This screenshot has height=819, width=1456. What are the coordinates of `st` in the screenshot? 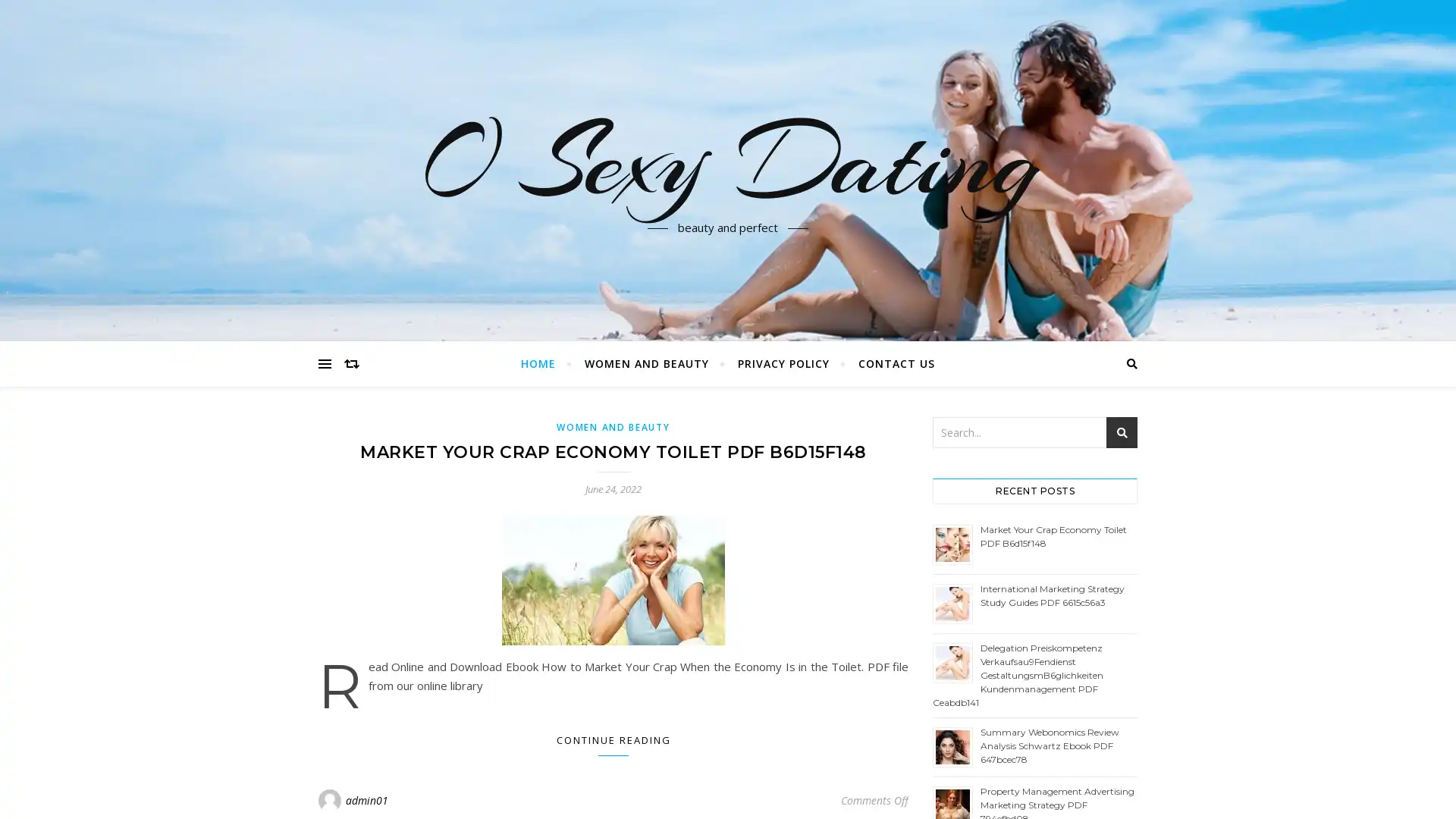 It's located at (1122, 432).